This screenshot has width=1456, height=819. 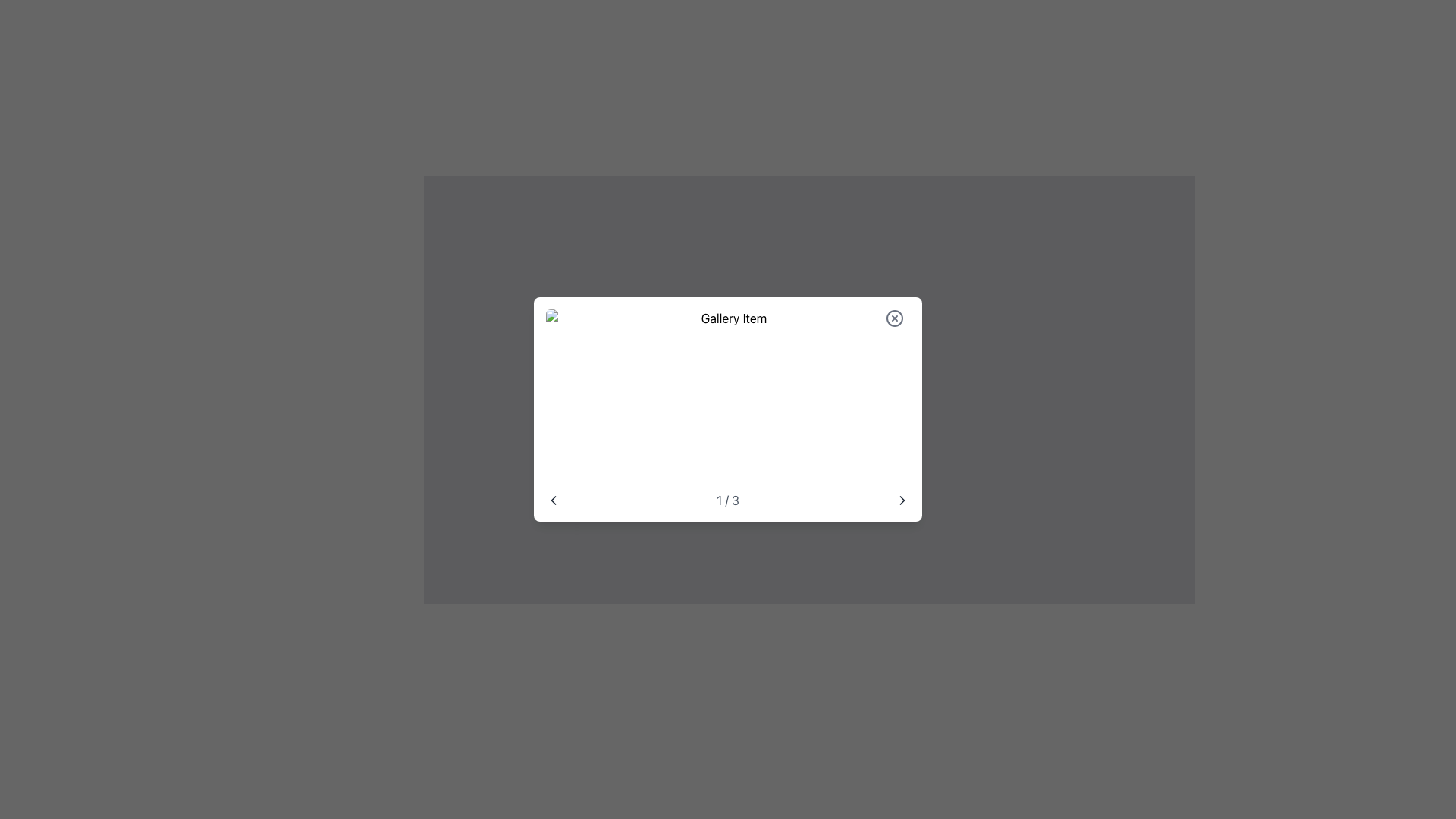 What do you see at coordinates (902, 500) in the screenshot?
I see `the pagination control button located at the far right of the navigation section, adjacent to the pagination text '1 / 3'` at bounding box center [902, 500].